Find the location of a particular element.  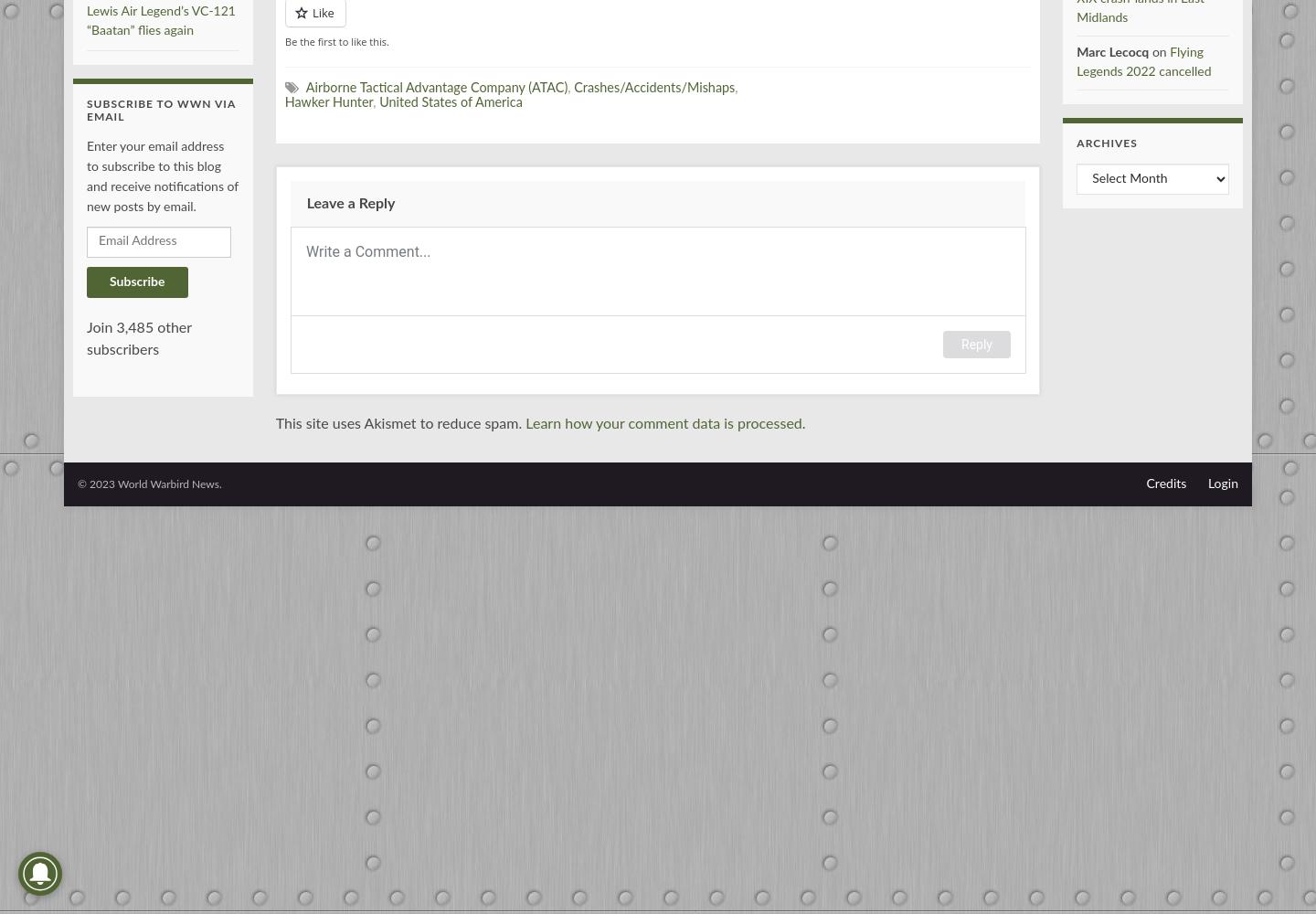

'This site uses Akismet to reduce spam.' is located at coordinates (400, 422).